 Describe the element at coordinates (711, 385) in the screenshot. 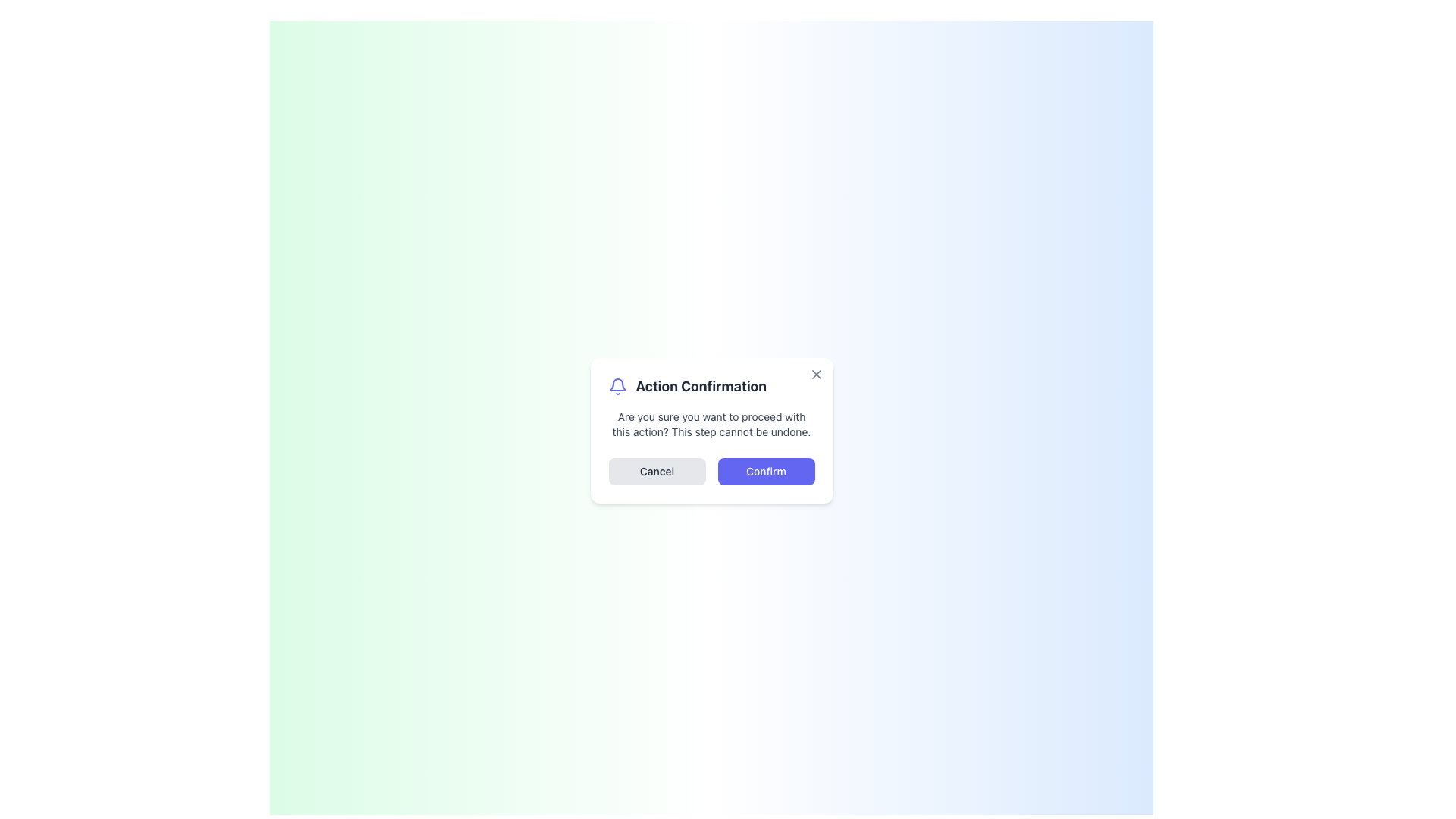

I see `the header label with icon of the confirmation modal, which is positioned at the top of the modal dialog` at that location.